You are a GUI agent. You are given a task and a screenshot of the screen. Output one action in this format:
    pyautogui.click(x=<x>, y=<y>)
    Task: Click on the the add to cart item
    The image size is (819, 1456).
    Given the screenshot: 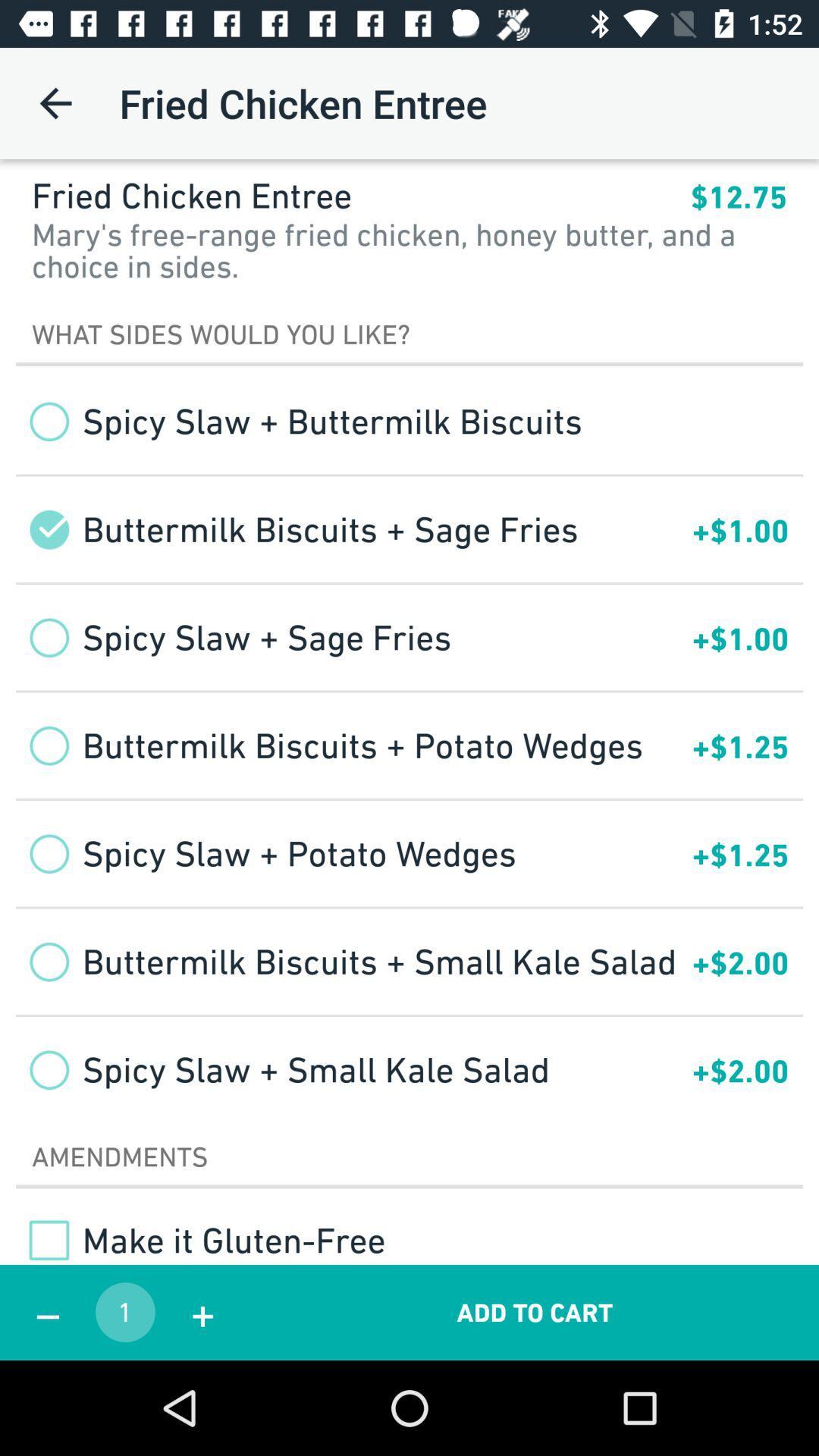 What is the action you would take?
    pyautogui.click(x=534, y=1312)
    